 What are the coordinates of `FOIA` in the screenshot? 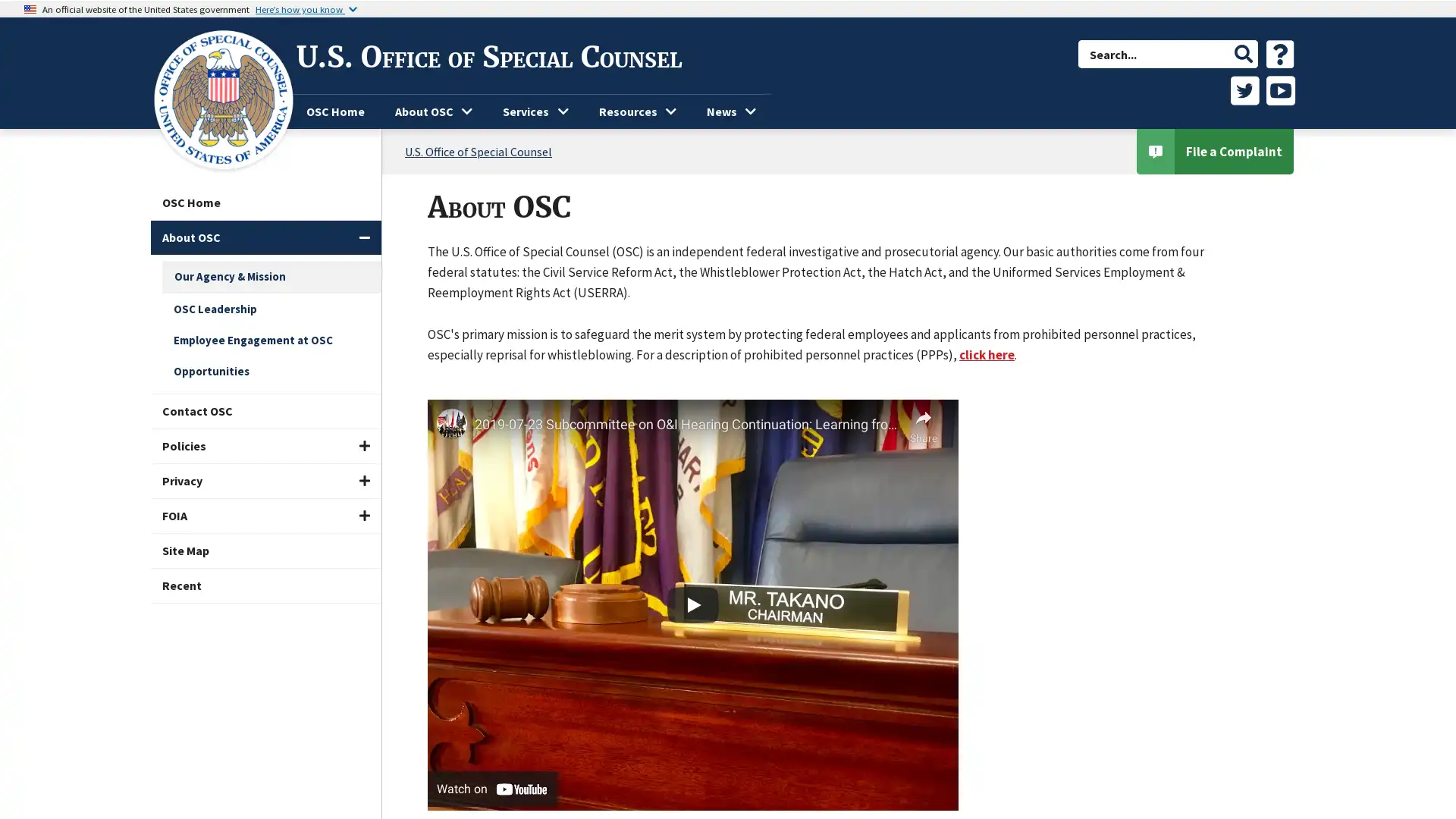 It's located at (265, 515).